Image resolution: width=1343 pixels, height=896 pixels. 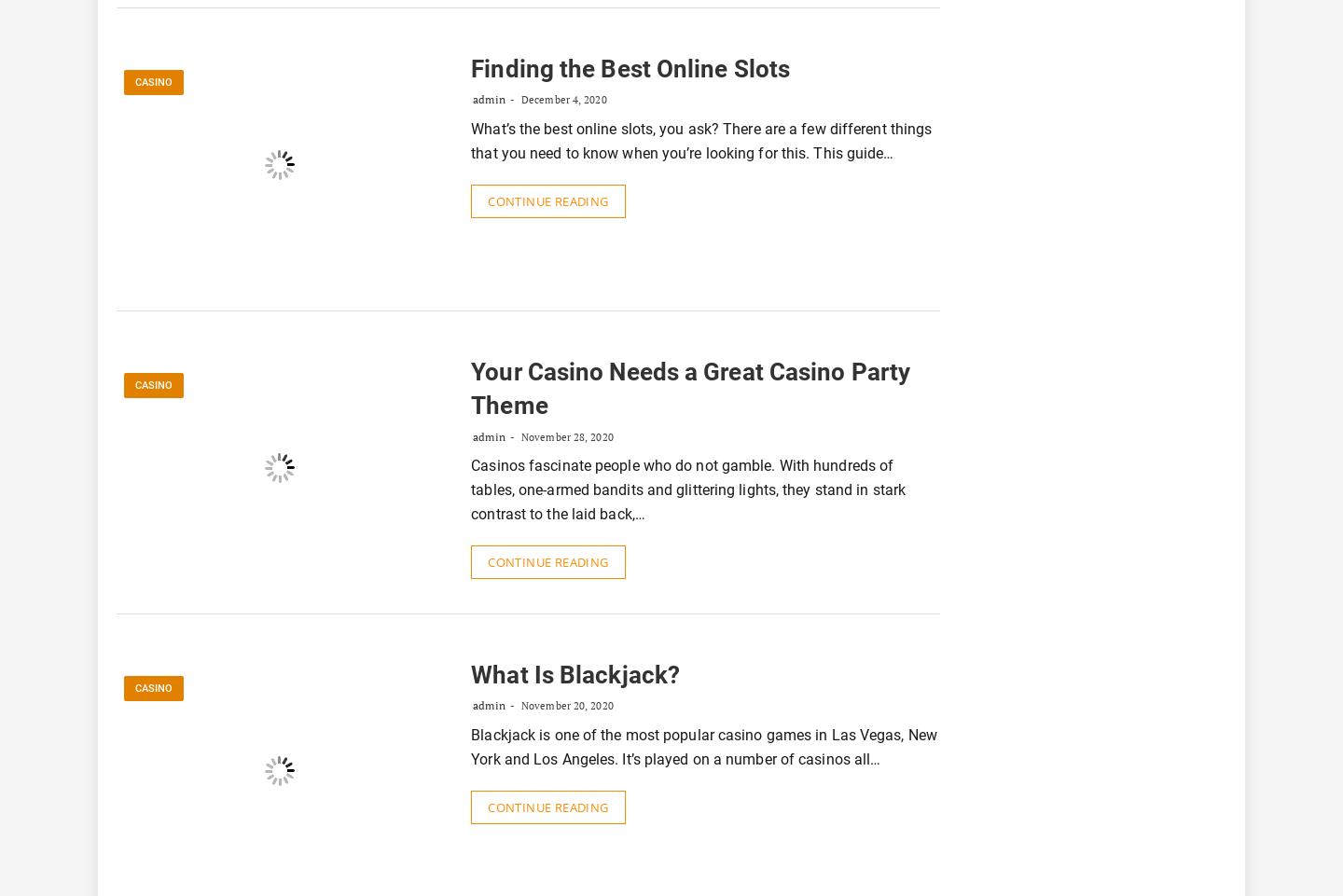 I want to click on 'Your Casino Needs a Great Casino Party Theme', so click(x=470, y=388).